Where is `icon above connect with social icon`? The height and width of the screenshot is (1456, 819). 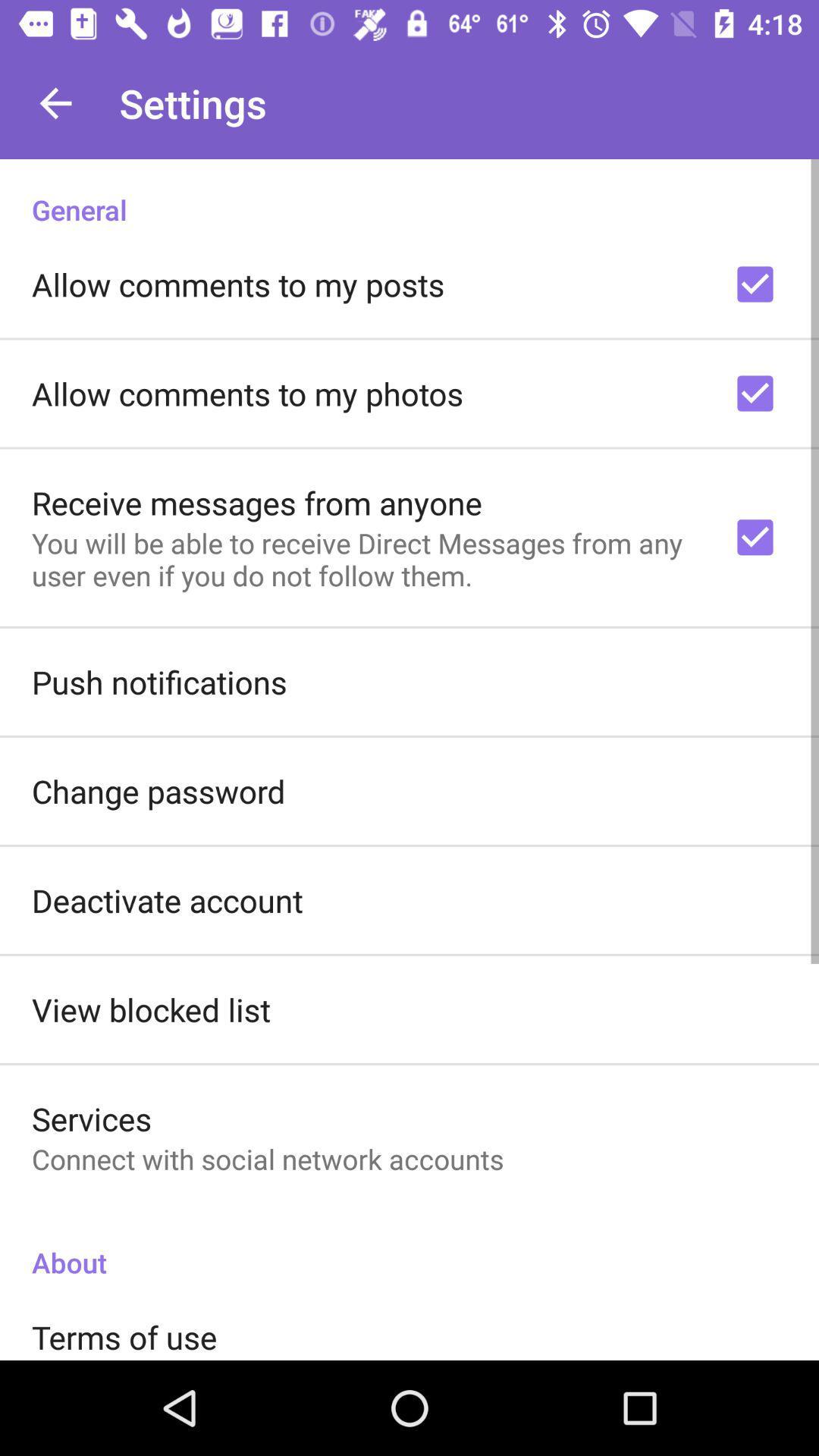
icon above connect with social icon is located at coordinates (92, 1119).